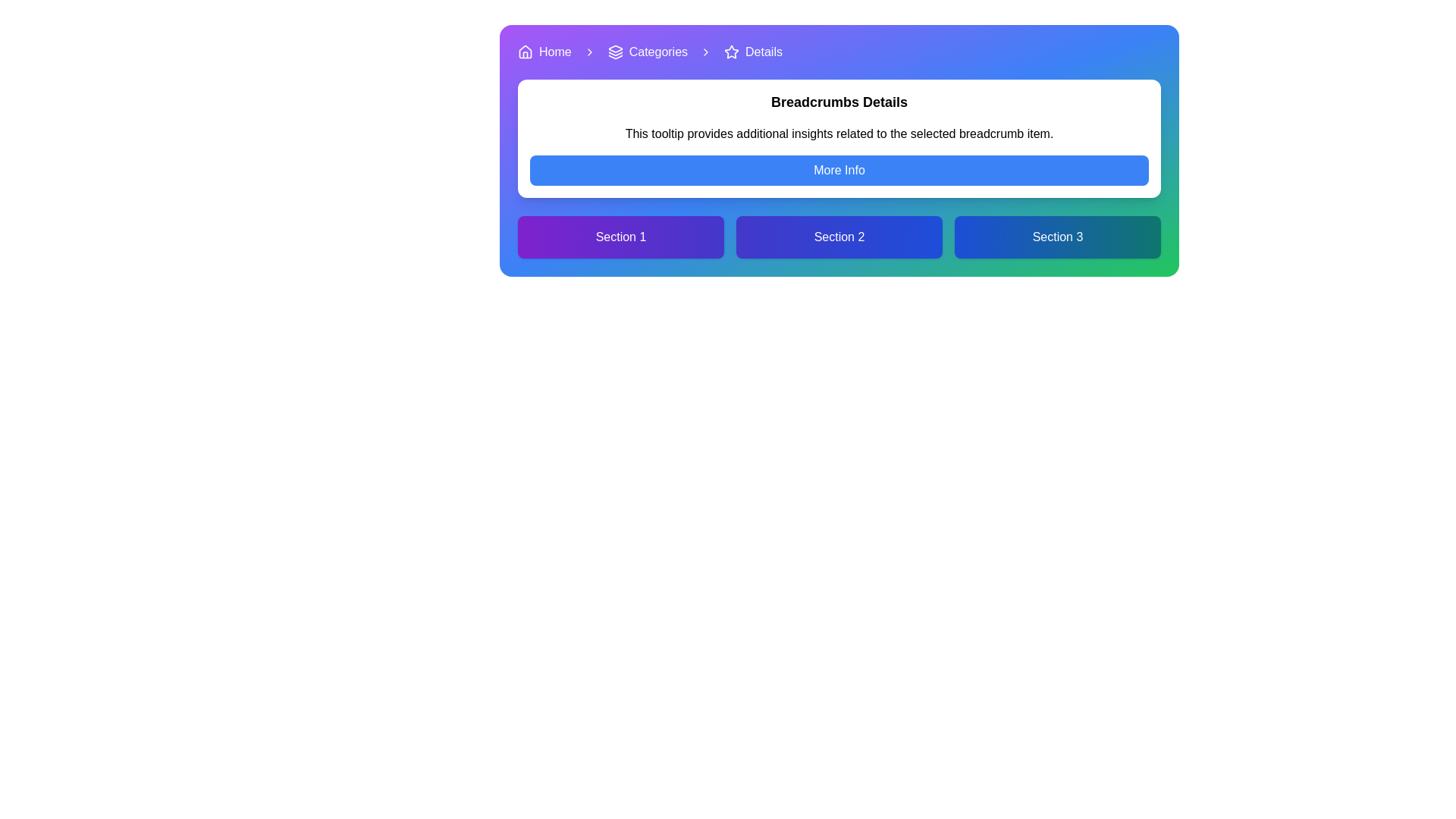  What do you see at coordinates (525, 52) in the screenshot?
I see `the 'Home' icon SVG graphic as a static decorative component located at the far left of the navigation menu, directly next to the text 'Home'` at bounding box center [525, 52].